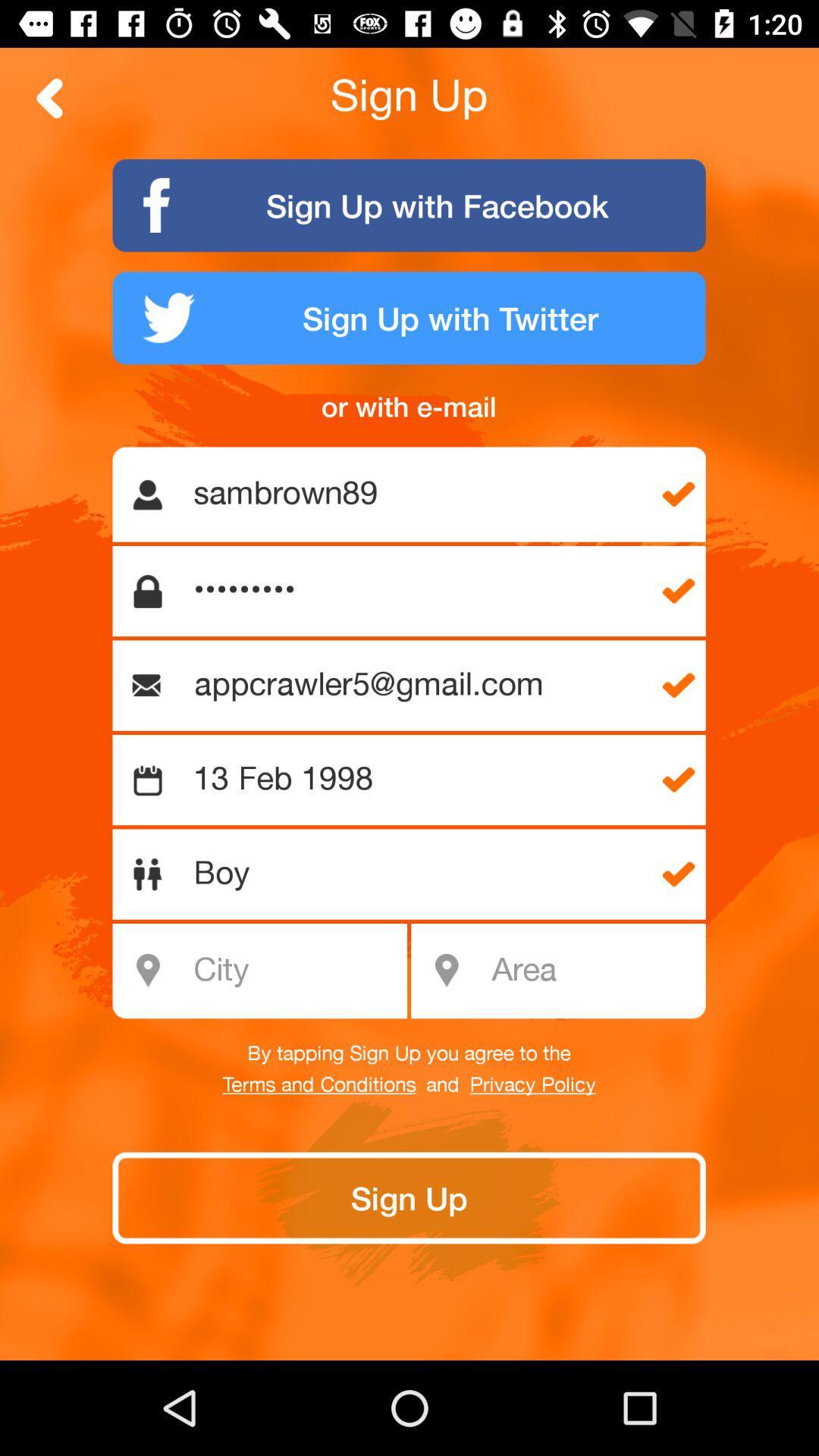 The width and height of the screenshot is (819, 1456). Describe the element at coordinates (532, 1084) in the screenshot. I see `the icon next to and icon` at that location.